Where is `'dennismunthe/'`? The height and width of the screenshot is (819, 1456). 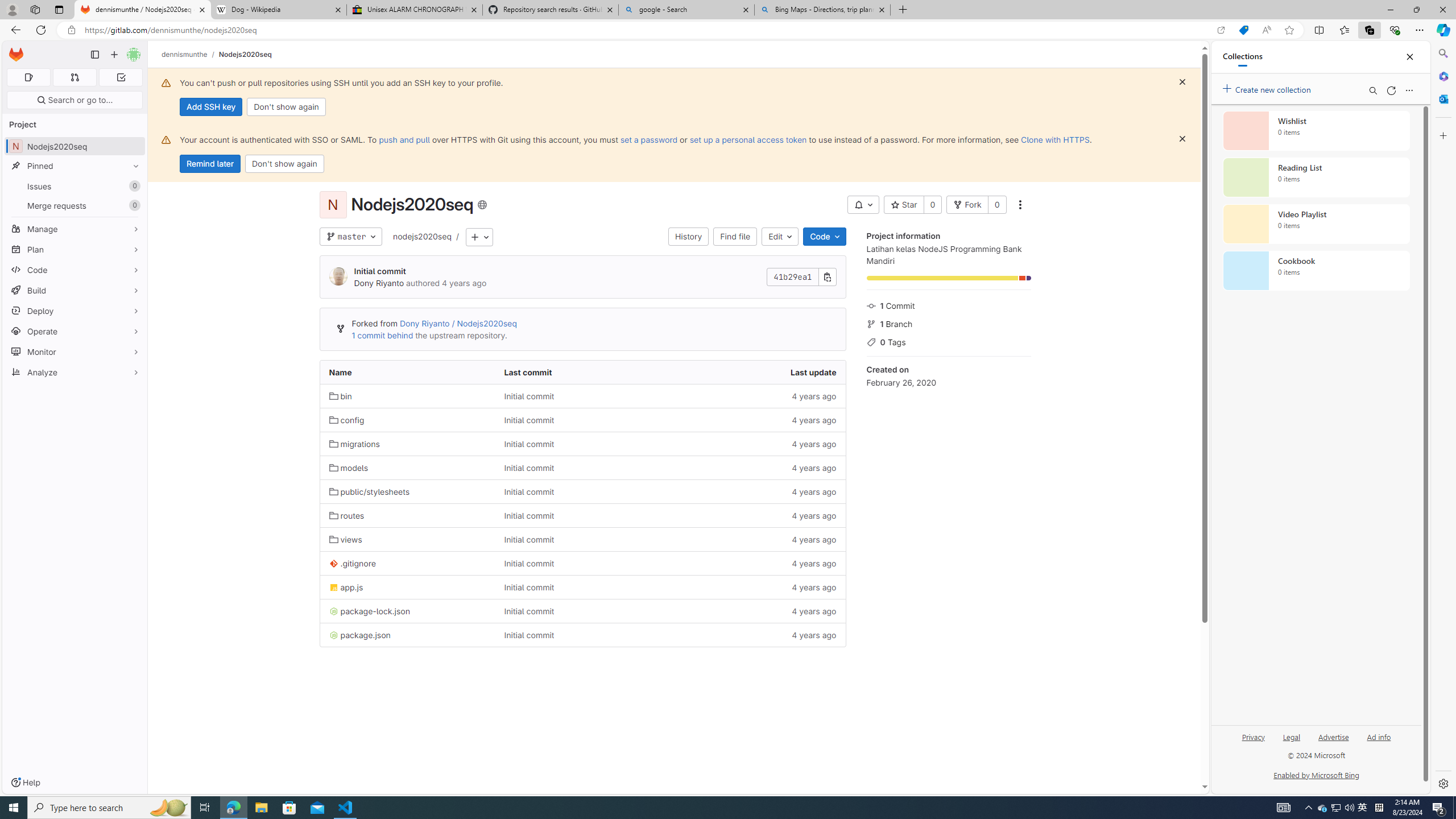
'dennismunthe/' is located at coordinates (190, 54).